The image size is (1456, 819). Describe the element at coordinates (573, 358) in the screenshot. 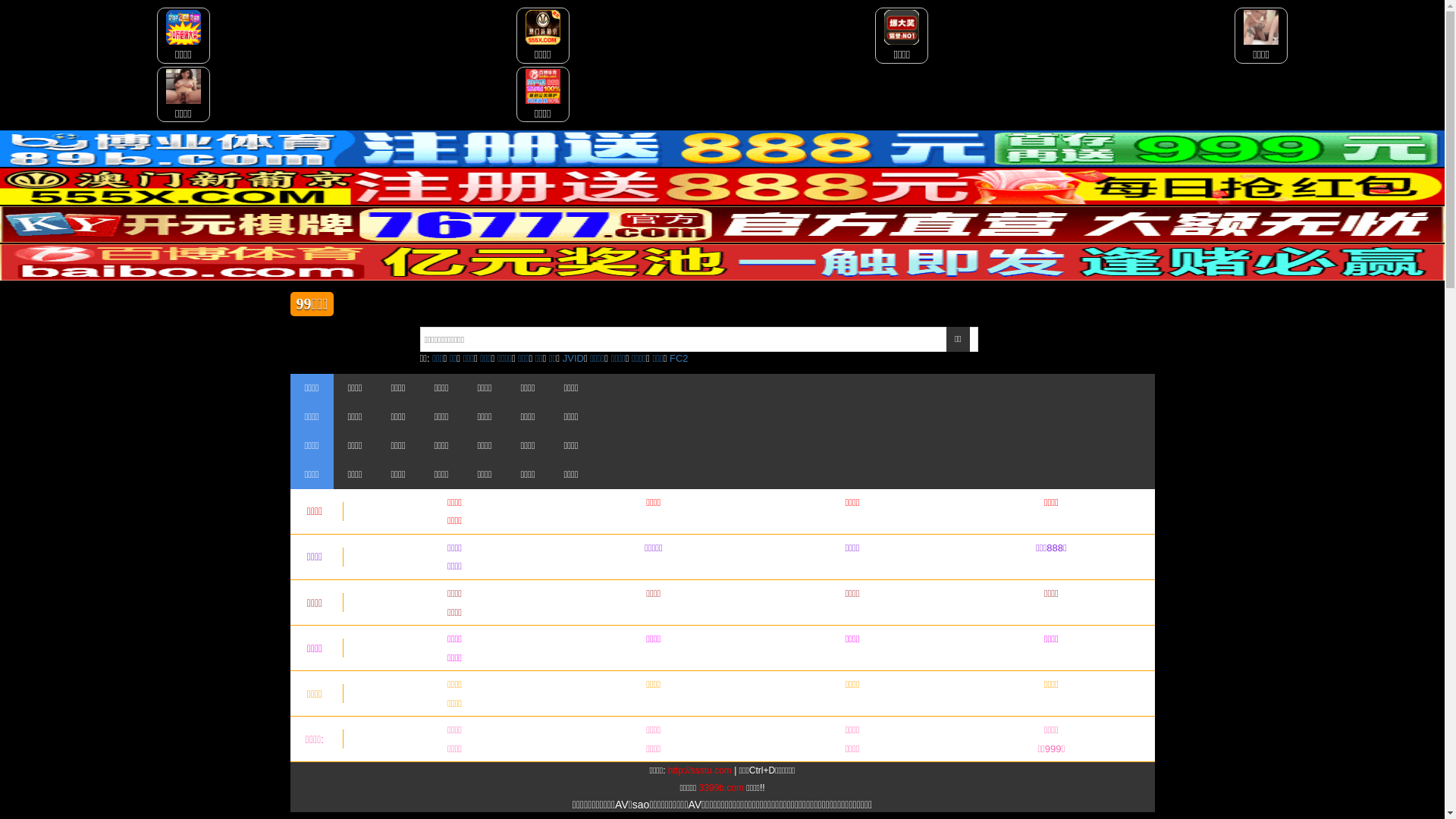

I see `'JVID'` at that location.